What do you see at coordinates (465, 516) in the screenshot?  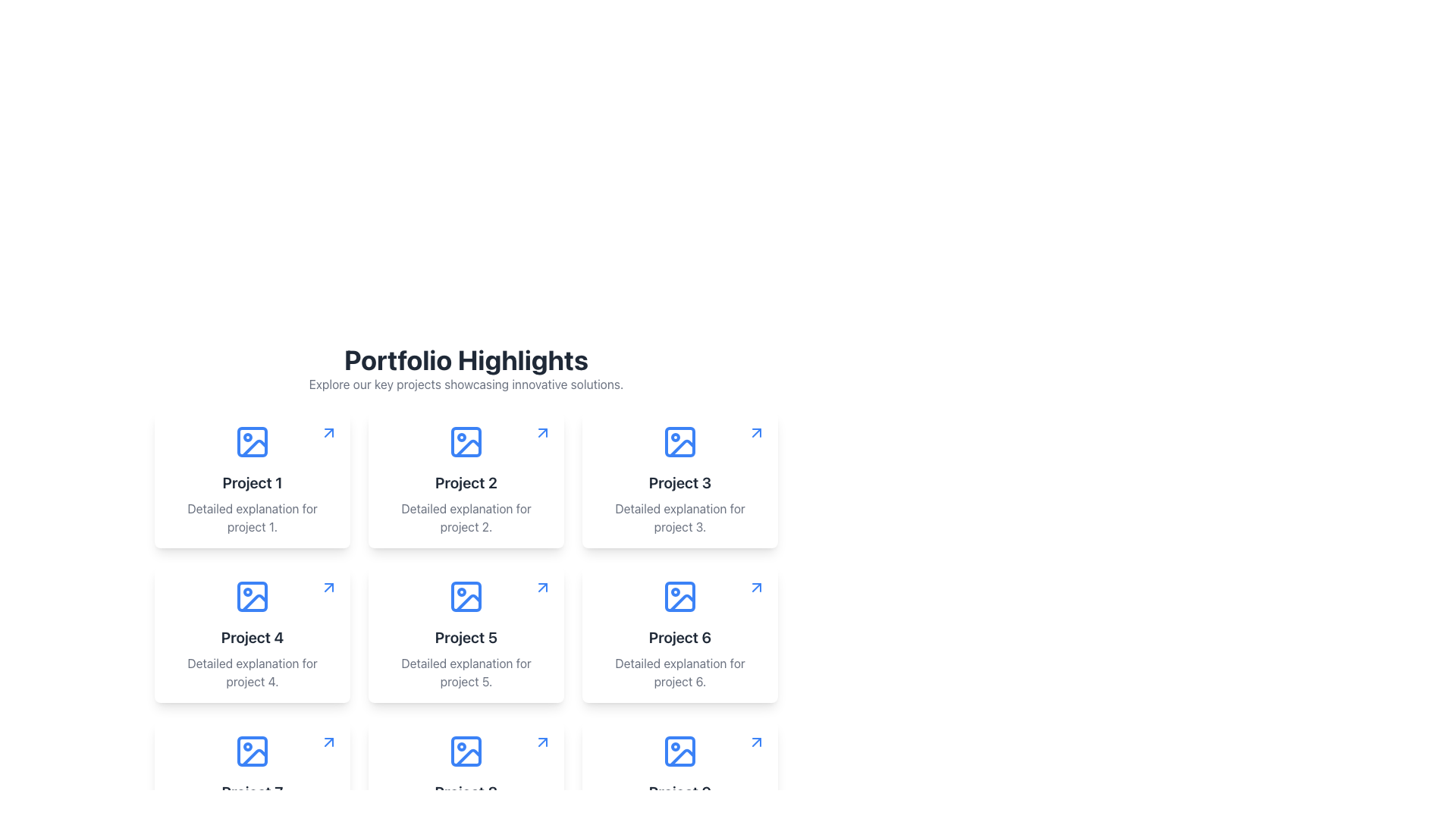 I see `descriptive text block located below the title 'Project 2' in the project card within the second column of the first row` at bounding box center [465, 516].